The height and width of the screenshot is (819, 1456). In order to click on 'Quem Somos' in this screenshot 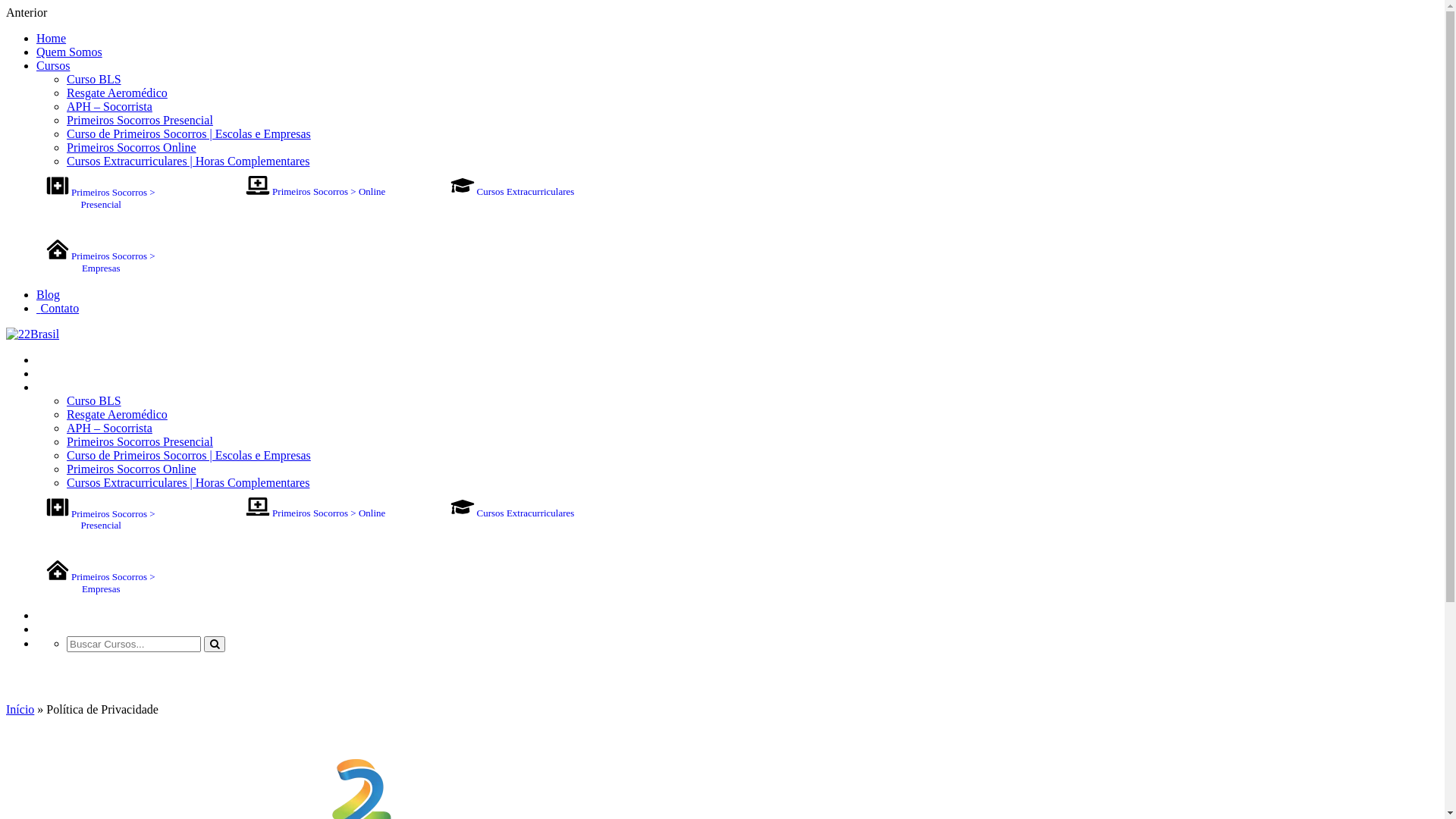, I will do `click(68, 51)`.